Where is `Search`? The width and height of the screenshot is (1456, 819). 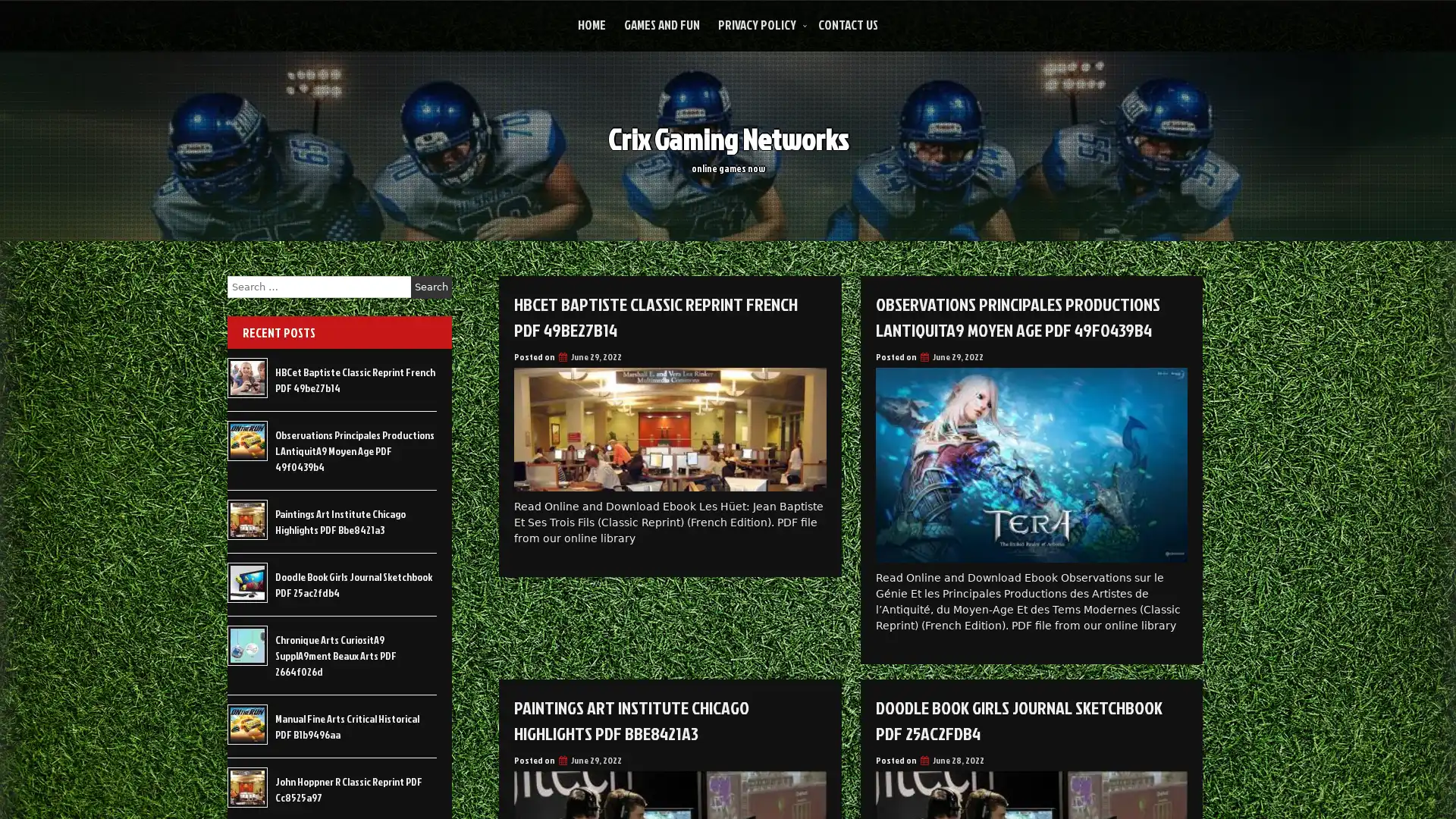 Search is located at coordinates (431, 287).